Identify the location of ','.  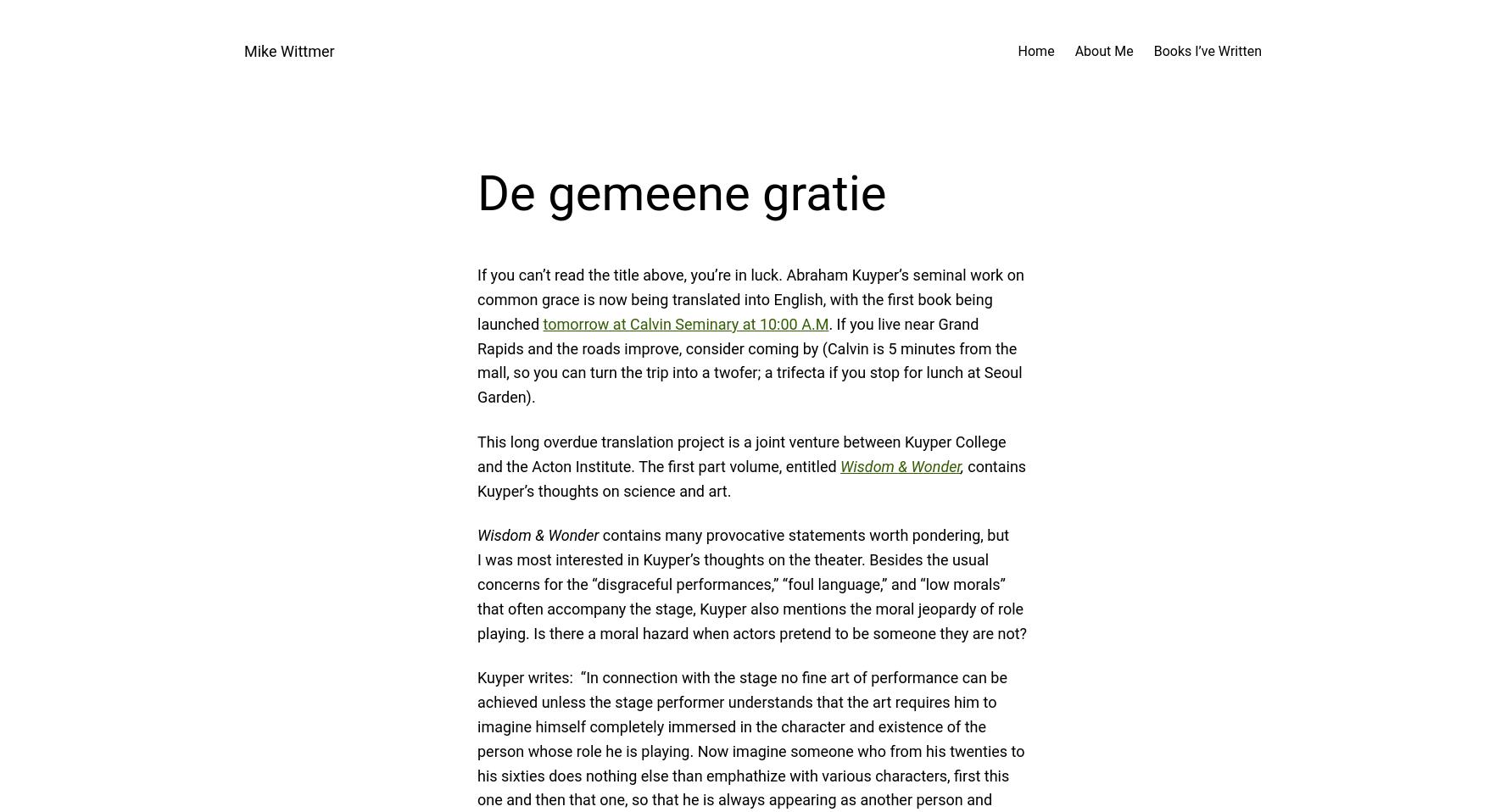
(963, 464).